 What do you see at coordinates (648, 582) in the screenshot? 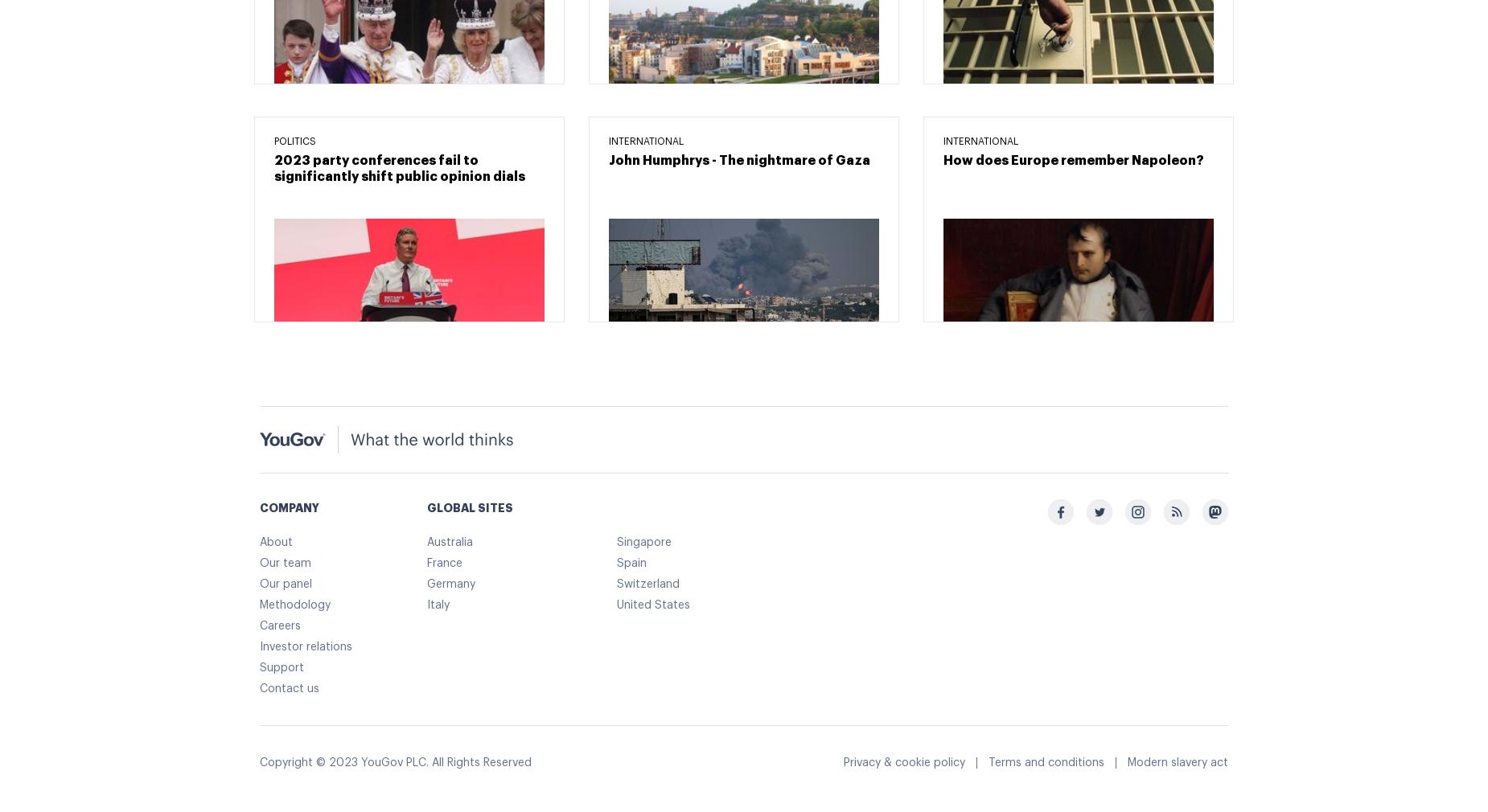
I see `'Switzerland'` at bounding box center [648, 582].